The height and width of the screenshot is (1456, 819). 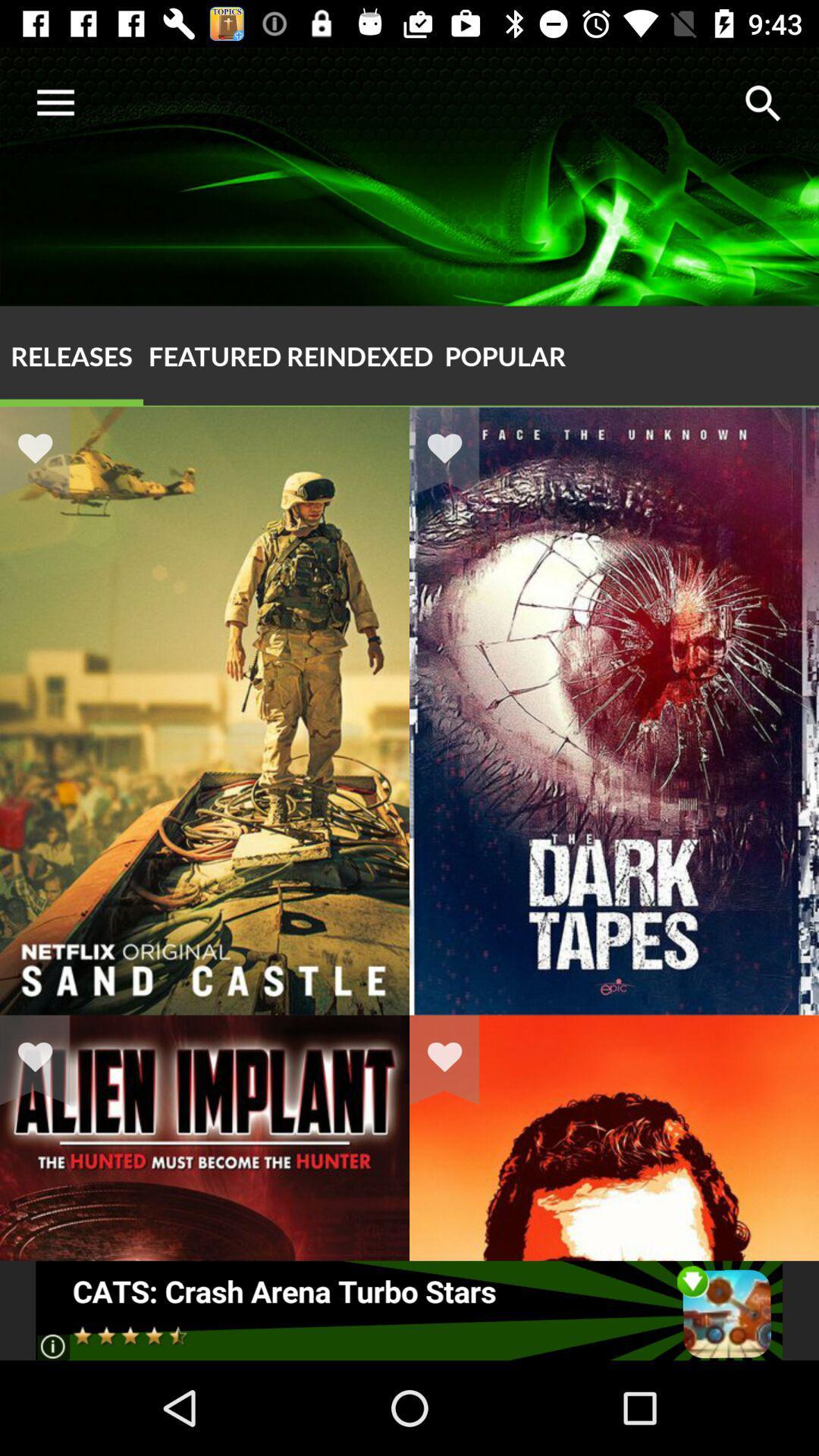 What do you see at coordinates (614, 1015) in the screenshot?
I see `the image which says  the dark tapes` at bounding box center [614, 1015].